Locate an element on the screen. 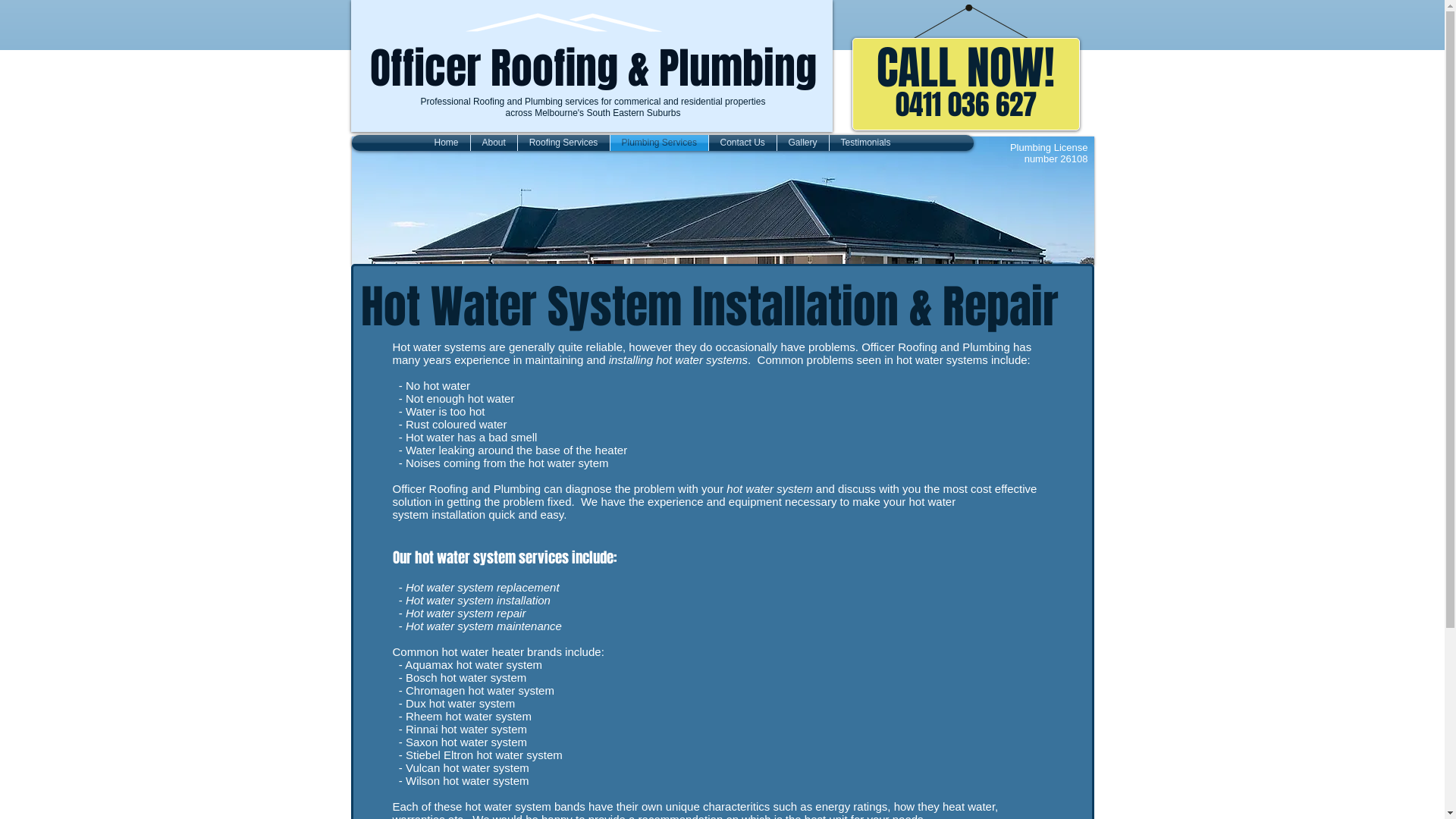 The image size is (1456, 819). 'Roofing Services' is located at coordinates (562, 143).